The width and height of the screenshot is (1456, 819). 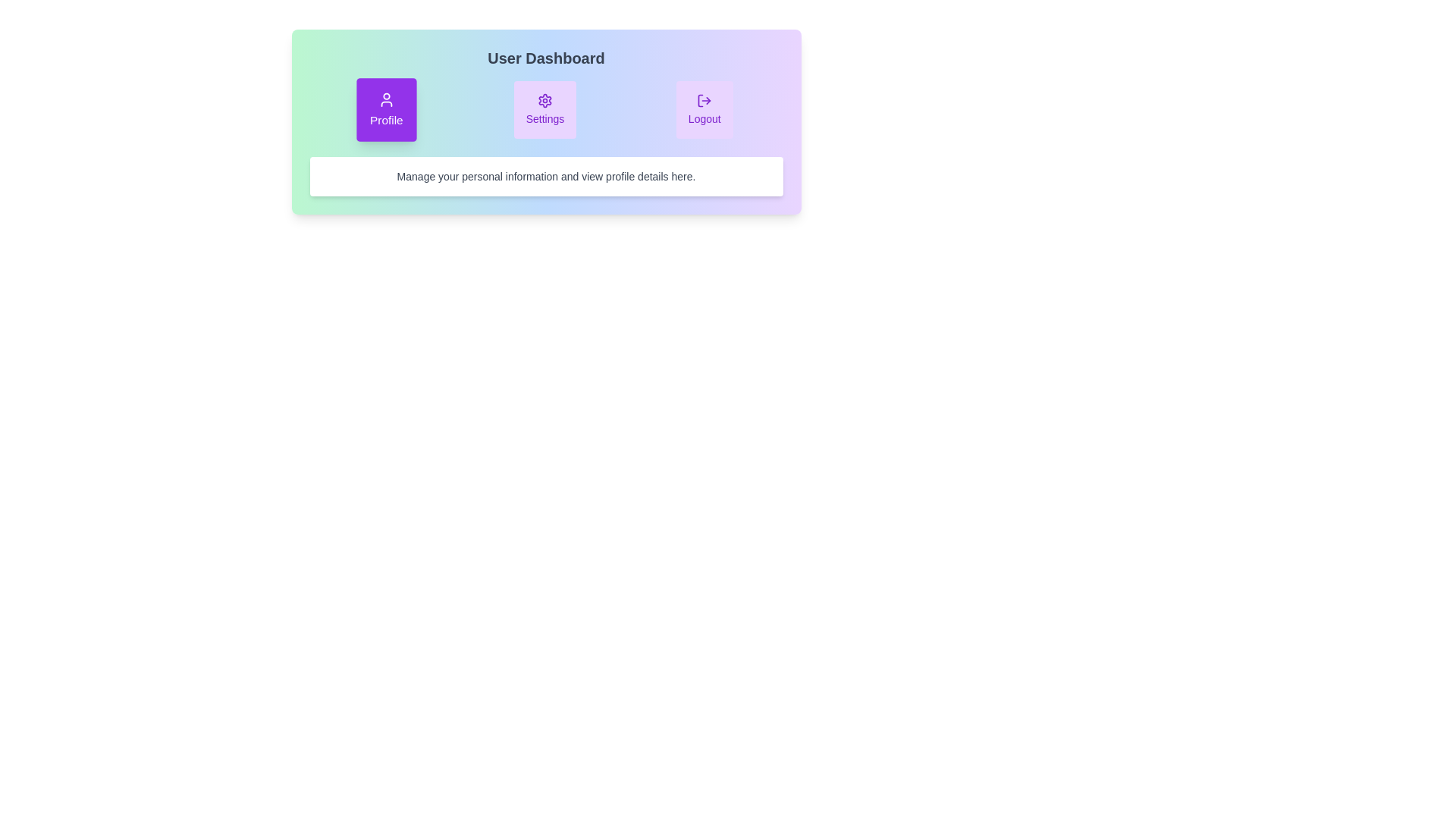 I want to click on the Profile tab to view its hover effect, so click(x=387, y=109).